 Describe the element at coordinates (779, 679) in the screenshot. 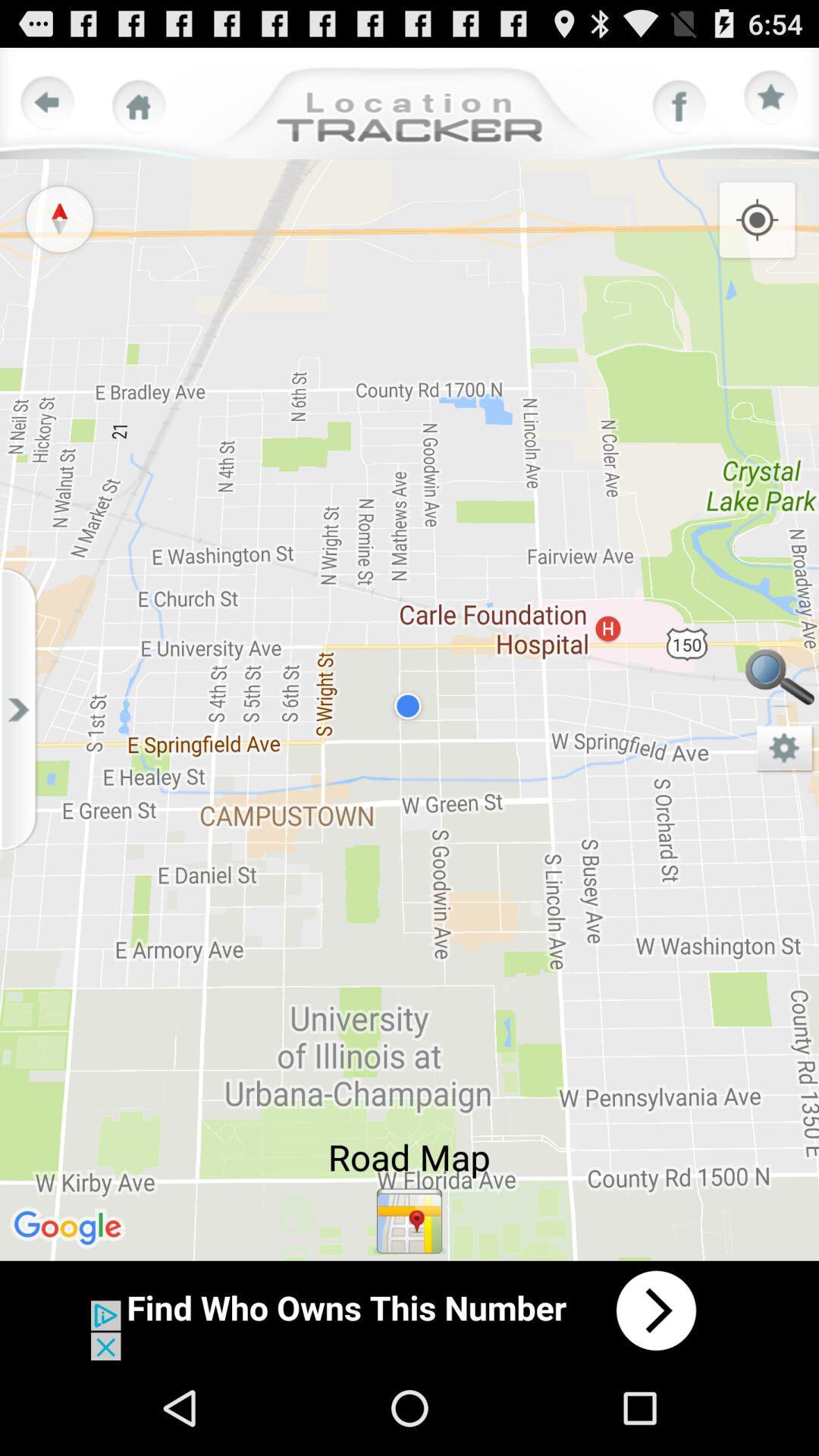

I see `search option` at that location.